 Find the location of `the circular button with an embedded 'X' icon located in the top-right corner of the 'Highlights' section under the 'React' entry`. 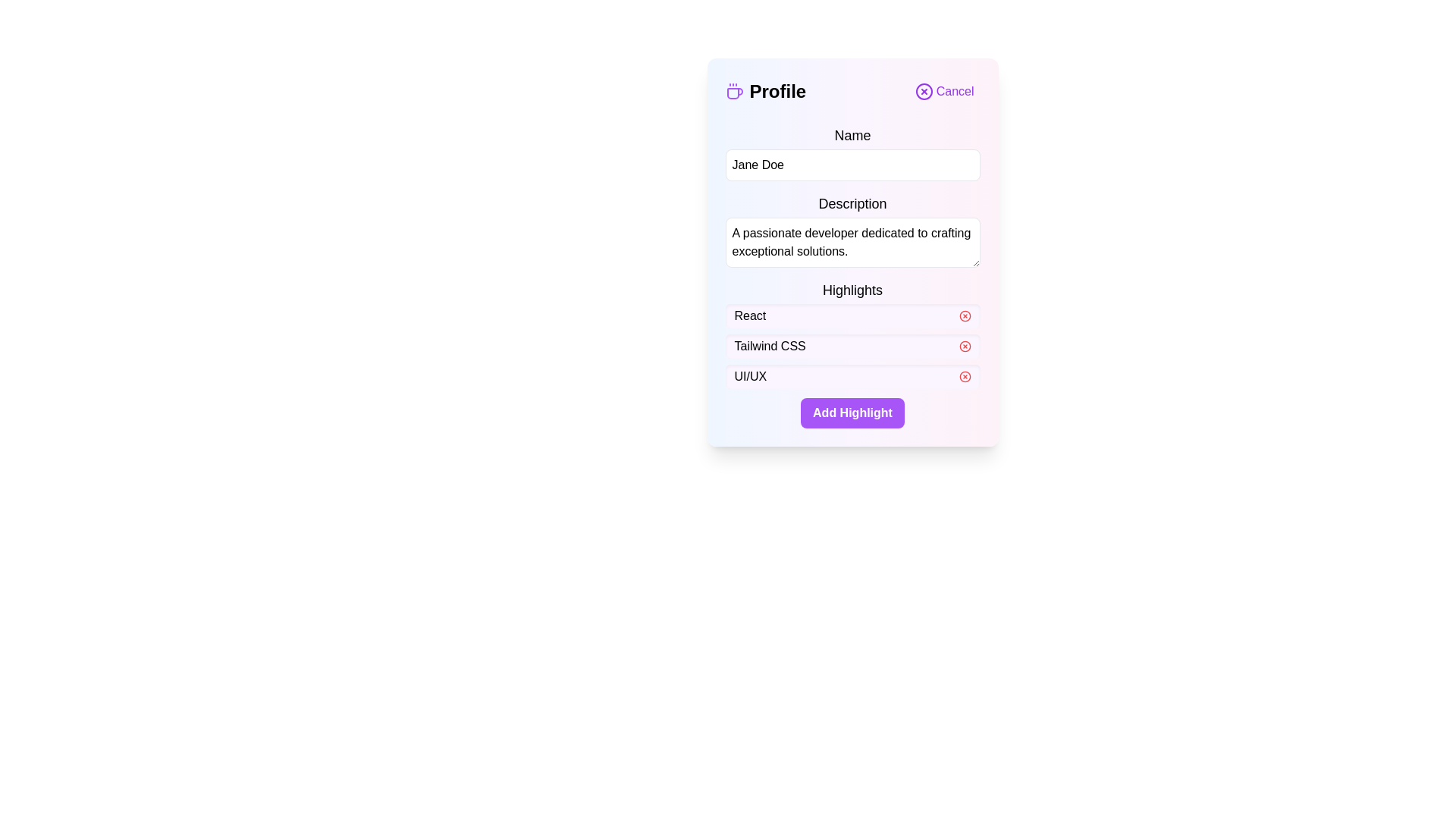

the circular button with an embedded 'X' icon located in the top-right corner of the 'Highlights' section under the 'React' entry is located at coordinates (964, 315).